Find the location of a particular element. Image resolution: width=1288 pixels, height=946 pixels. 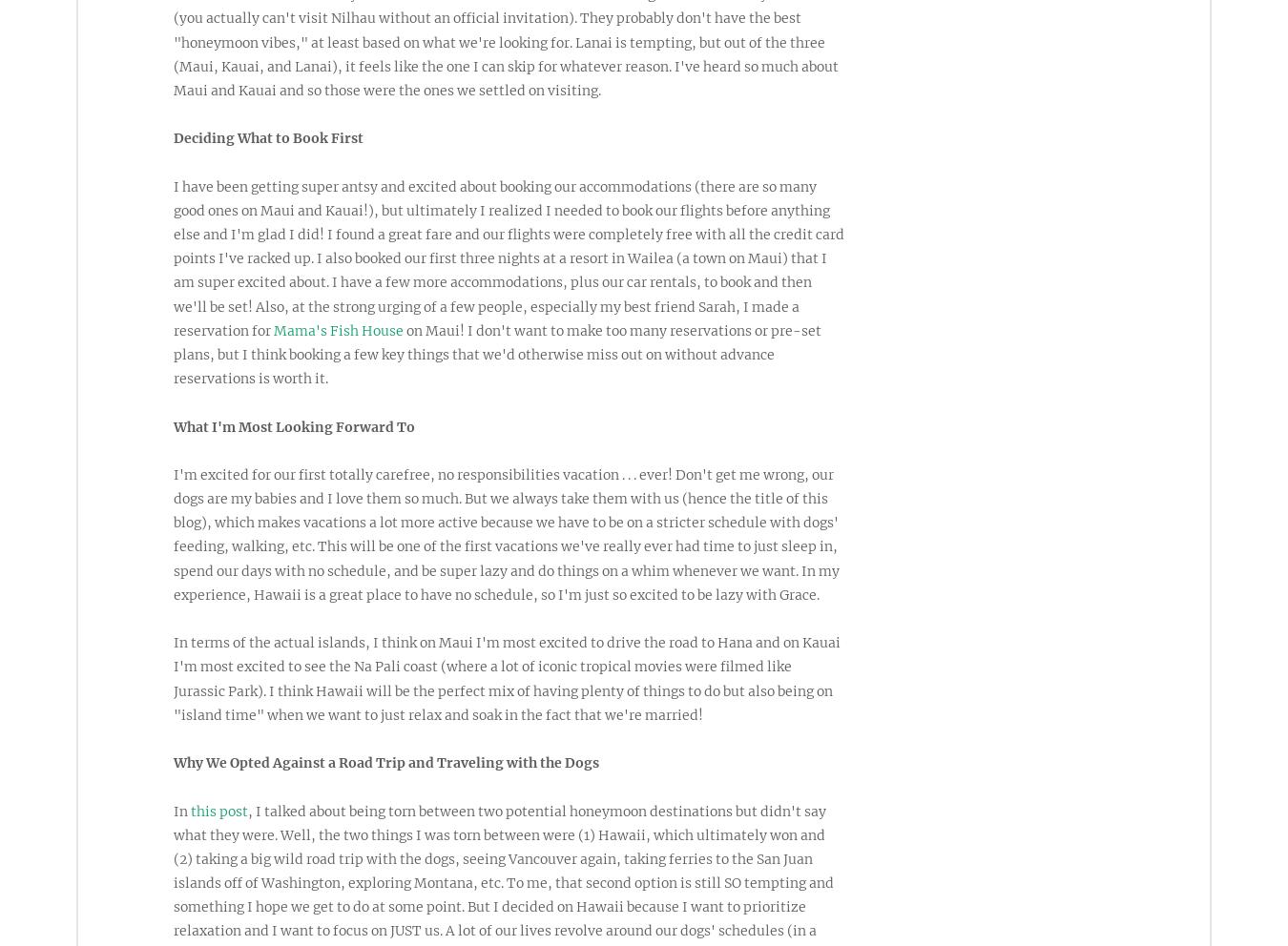

'Mama's Fish House' is located at coordinates (339, 329).